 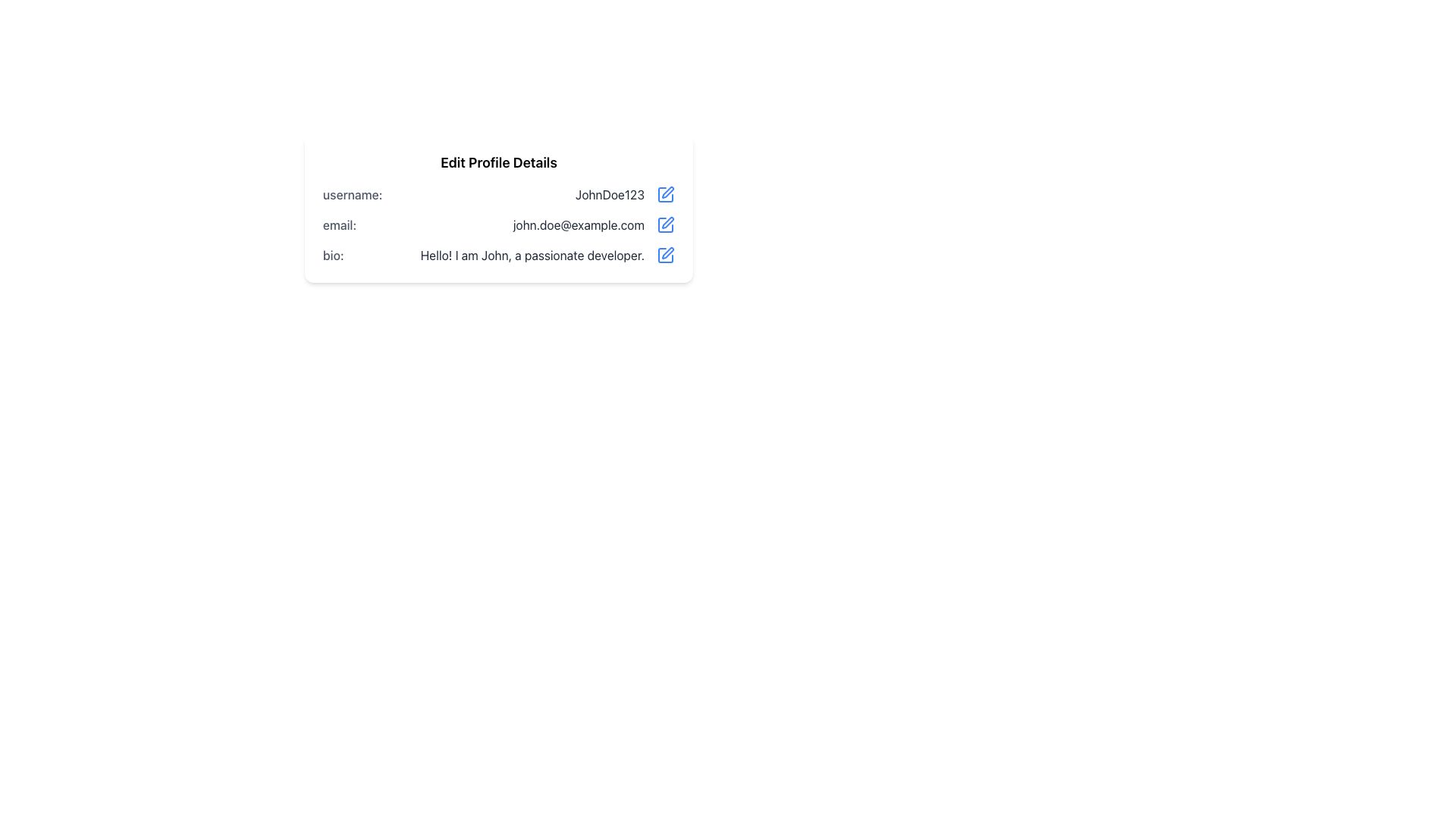 I want to click on the text label displaying 'bio:', which is styled with a medium font weight and light gray color, located to the left of the biography content in the profile section, so click(x=332, y=254).